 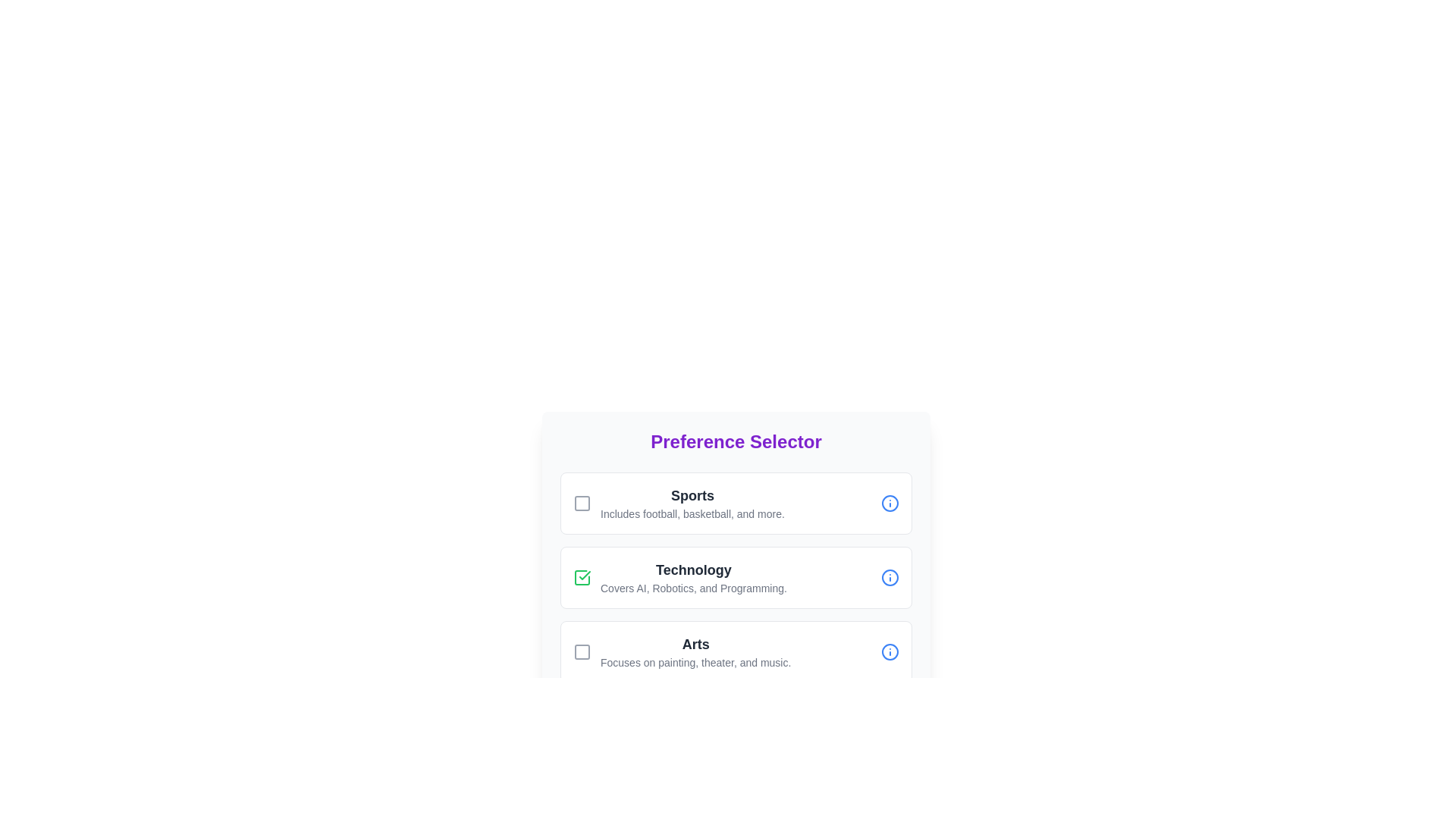 I want to click on the preference by clicking on the checkbox corresponding to Arts, so click(x=582, y=651).